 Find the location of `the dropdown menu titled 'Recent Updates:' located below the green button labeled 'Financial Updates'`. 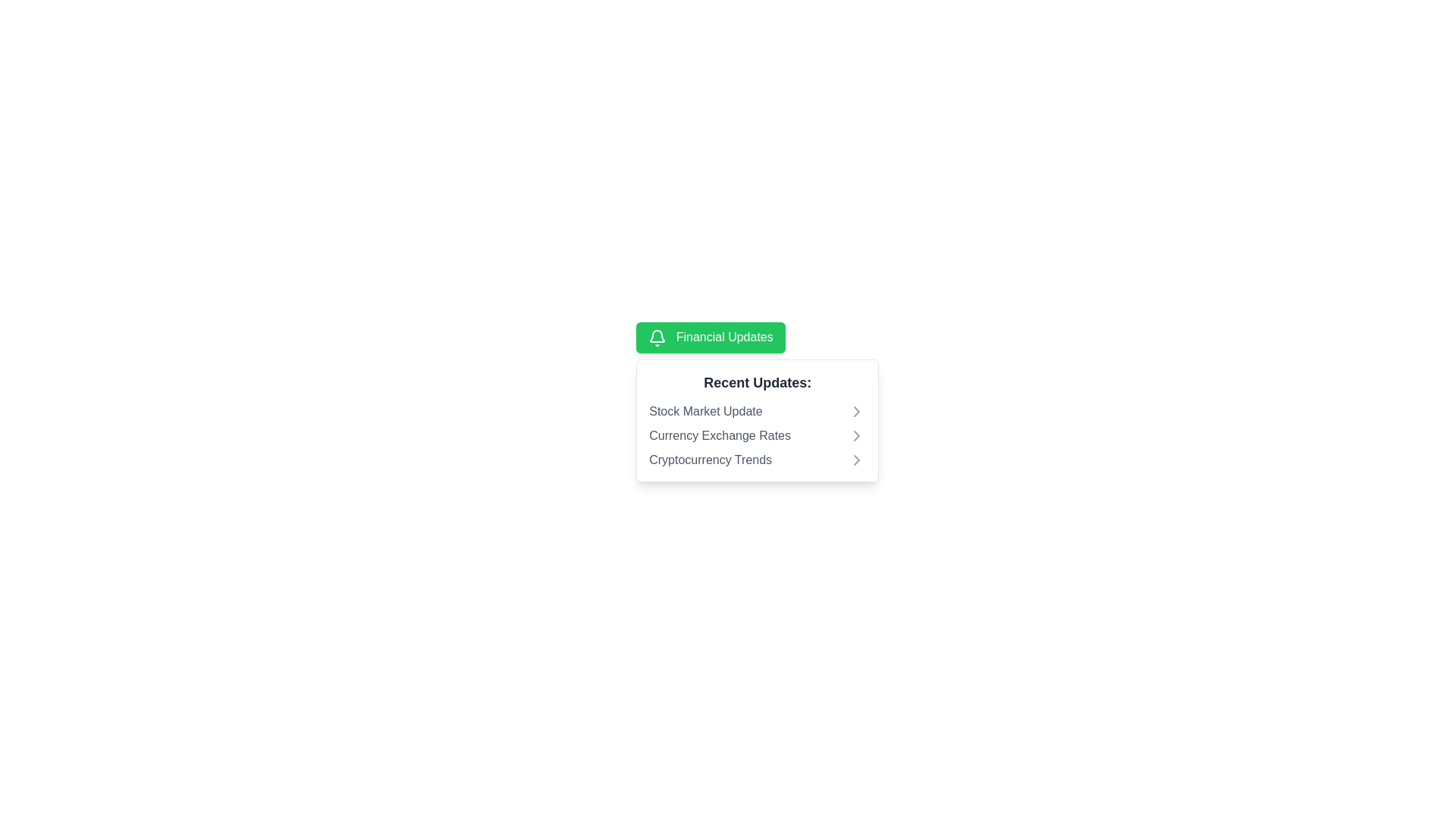

the dropdown menu titled 'Recent Updates:' located below the green button labeled 'Financial Updates' is located at coordinates (758, 420).